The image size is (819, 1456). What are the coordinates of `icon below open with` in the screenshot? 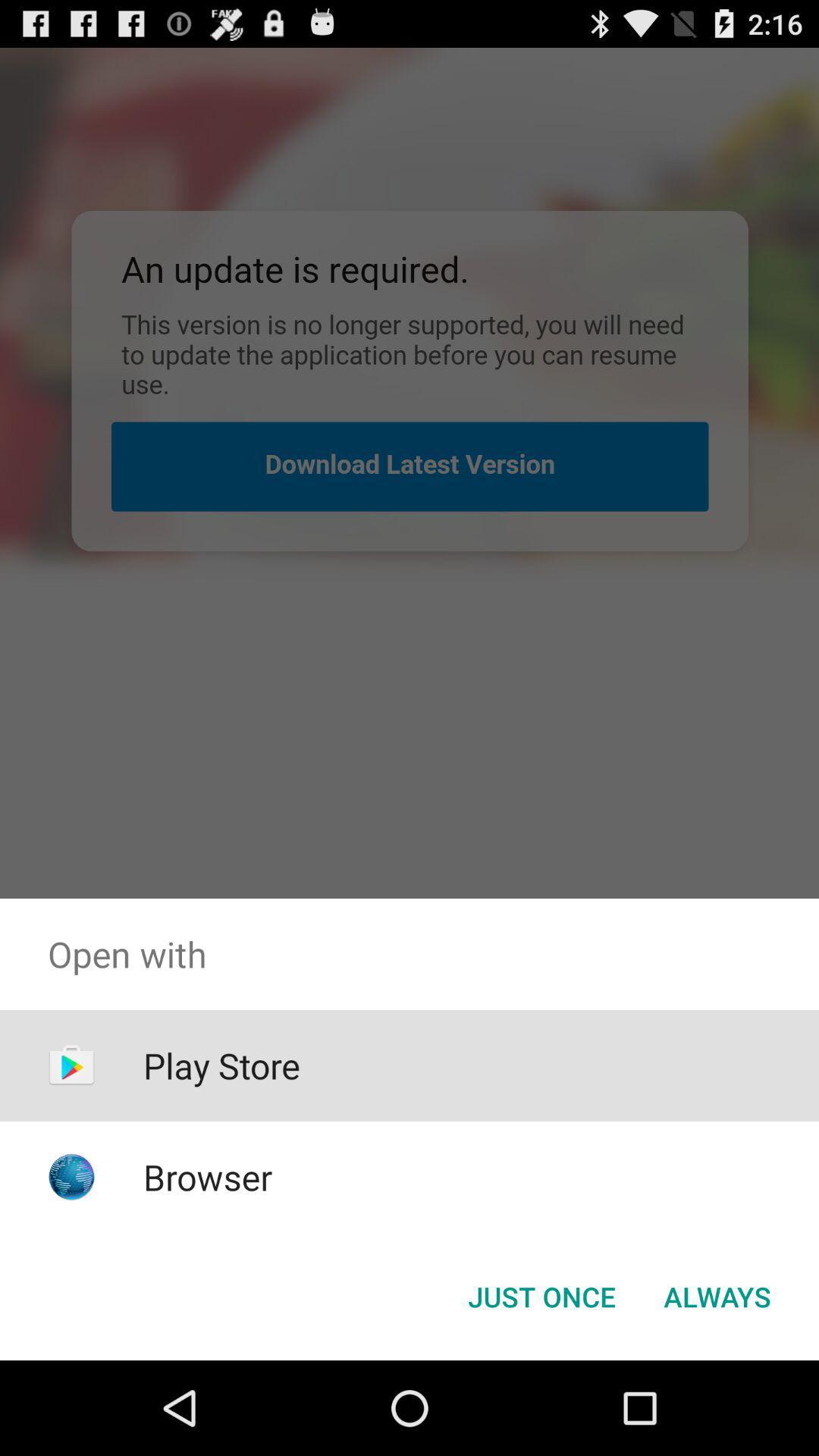 It's located at (717, 1295).